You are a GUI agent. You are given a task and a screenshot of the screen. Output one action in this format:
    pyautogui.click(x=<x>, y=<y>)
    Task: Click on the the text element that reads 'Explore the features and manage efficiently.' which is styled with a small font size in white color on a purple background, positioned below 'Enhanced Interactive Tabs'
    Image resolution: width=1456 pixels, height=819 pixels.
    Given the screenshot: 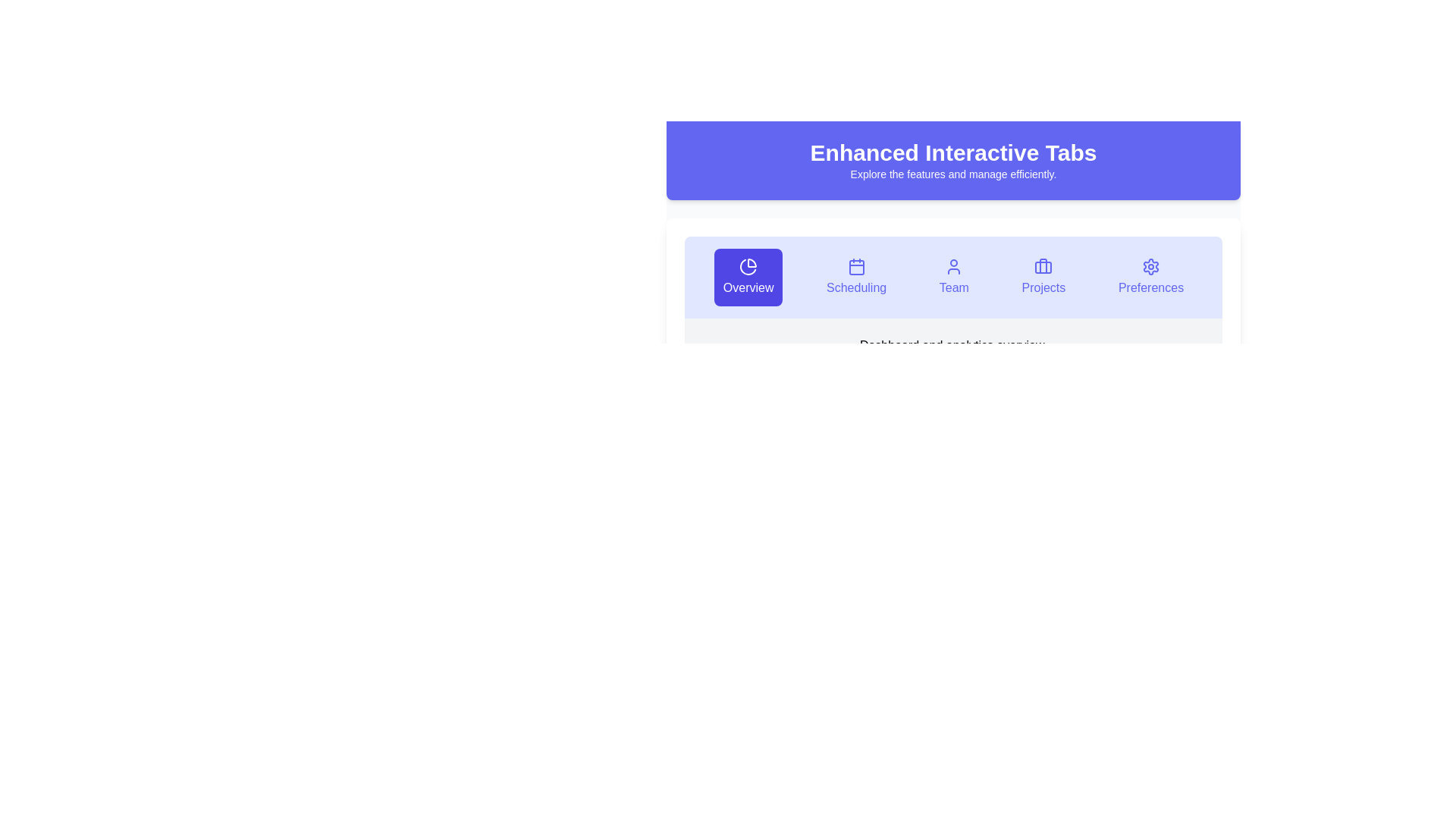 What is the action you would take?
    pyautogui.click(x=952, y=174)
    